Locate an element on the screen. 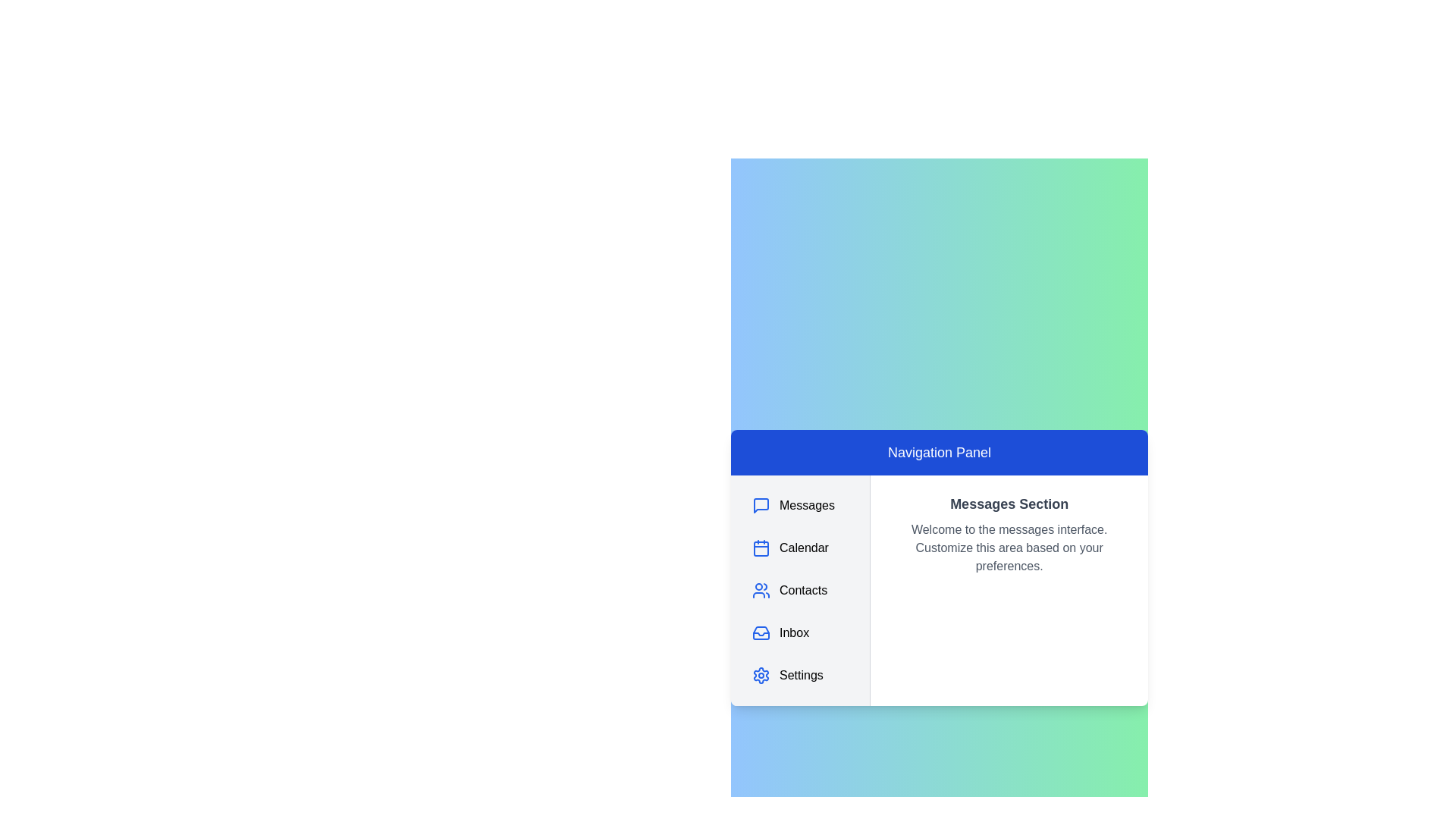 This screenshot has width=1456, height=819. the navigation panel item corresponding to Contacts is located at coordinates (799, 590).